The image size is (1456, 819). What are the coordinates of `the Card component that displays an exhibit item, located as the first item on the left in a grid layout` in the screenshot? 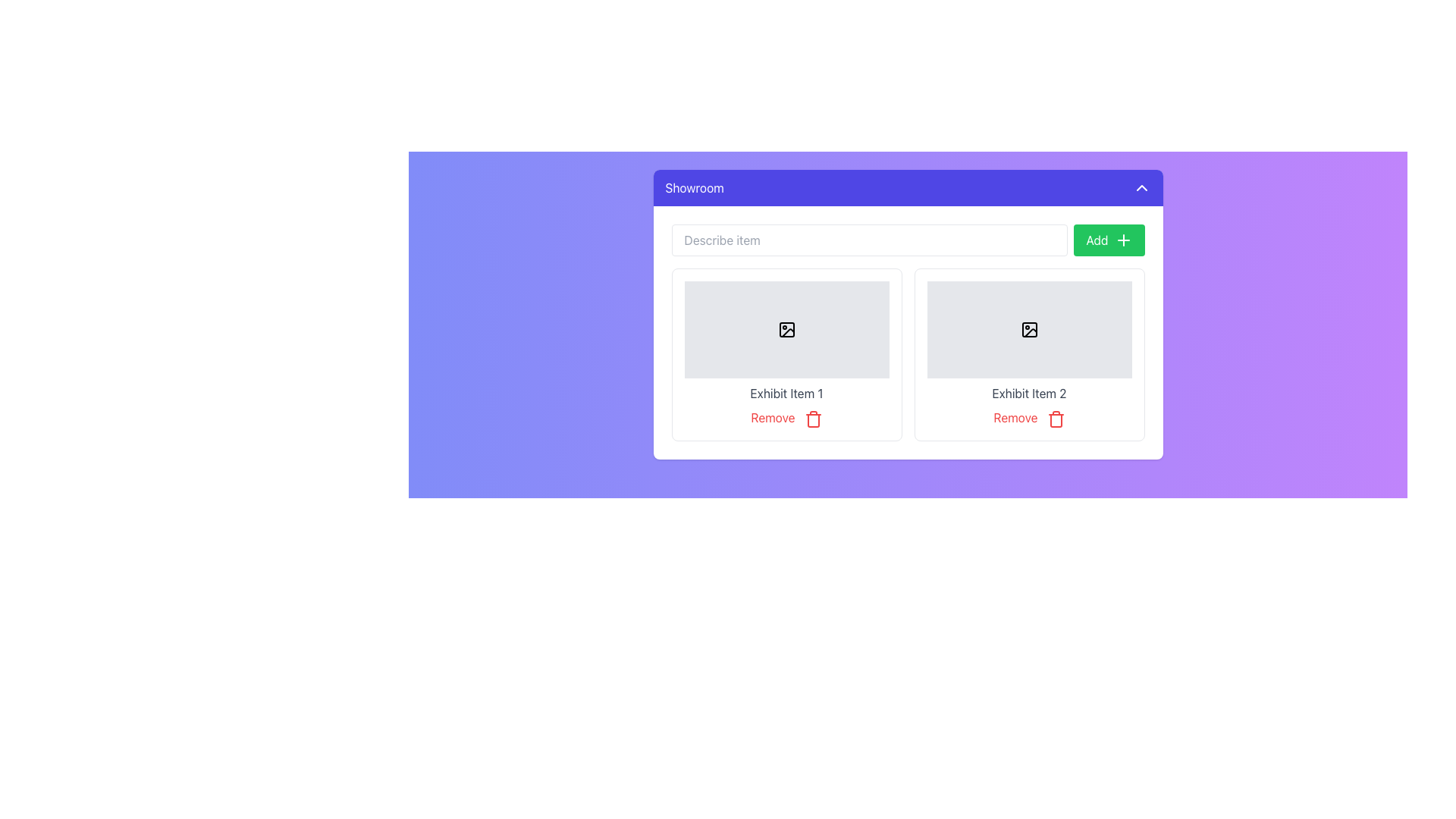 It's located at (786, 354).